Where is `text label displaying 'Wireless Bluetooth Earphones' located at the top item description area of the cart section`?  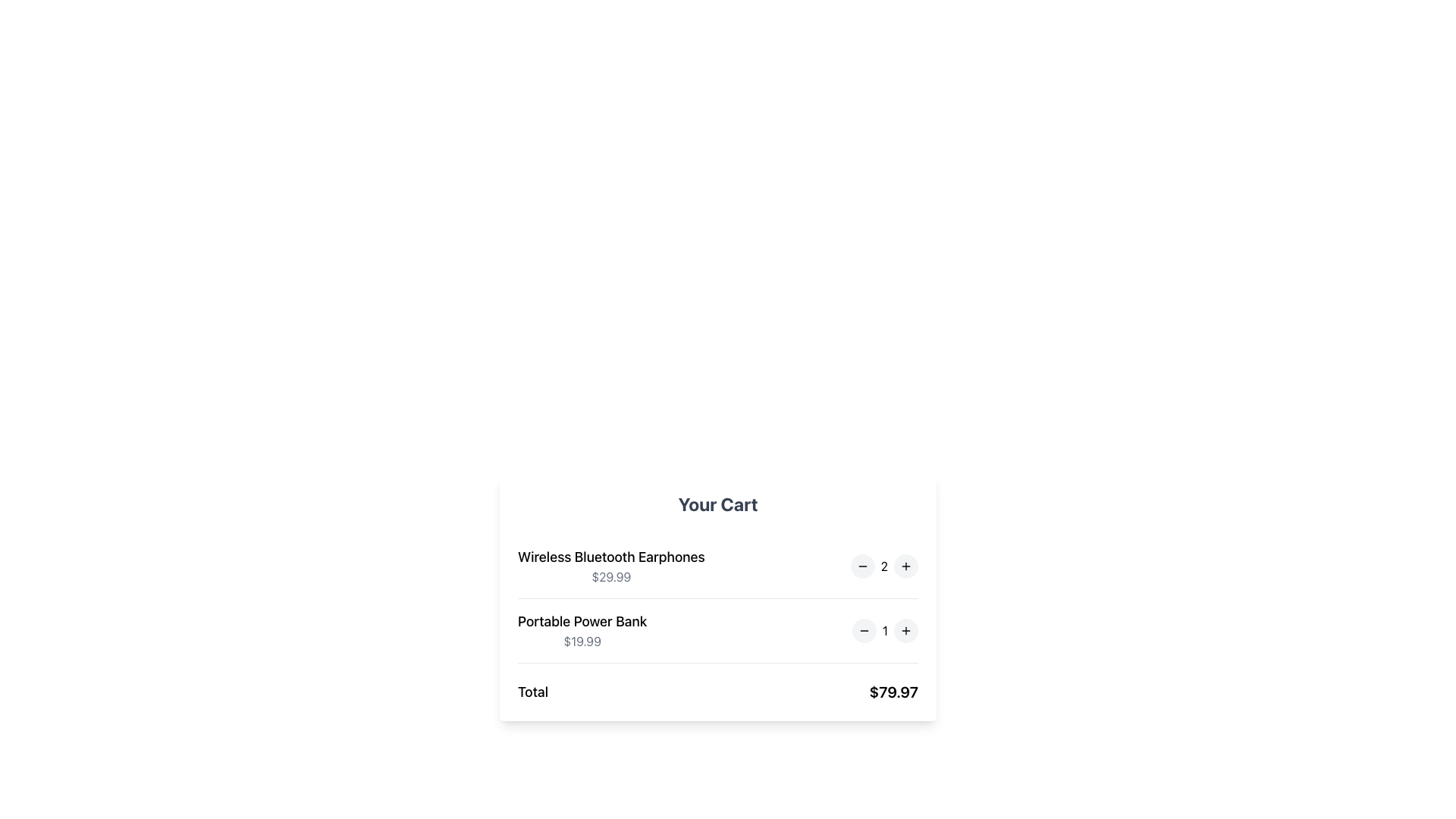
text label displaying 'Wireless Bluetooth Earphones' located at the top item description area of the cart section is located at coordinates (611, 557).